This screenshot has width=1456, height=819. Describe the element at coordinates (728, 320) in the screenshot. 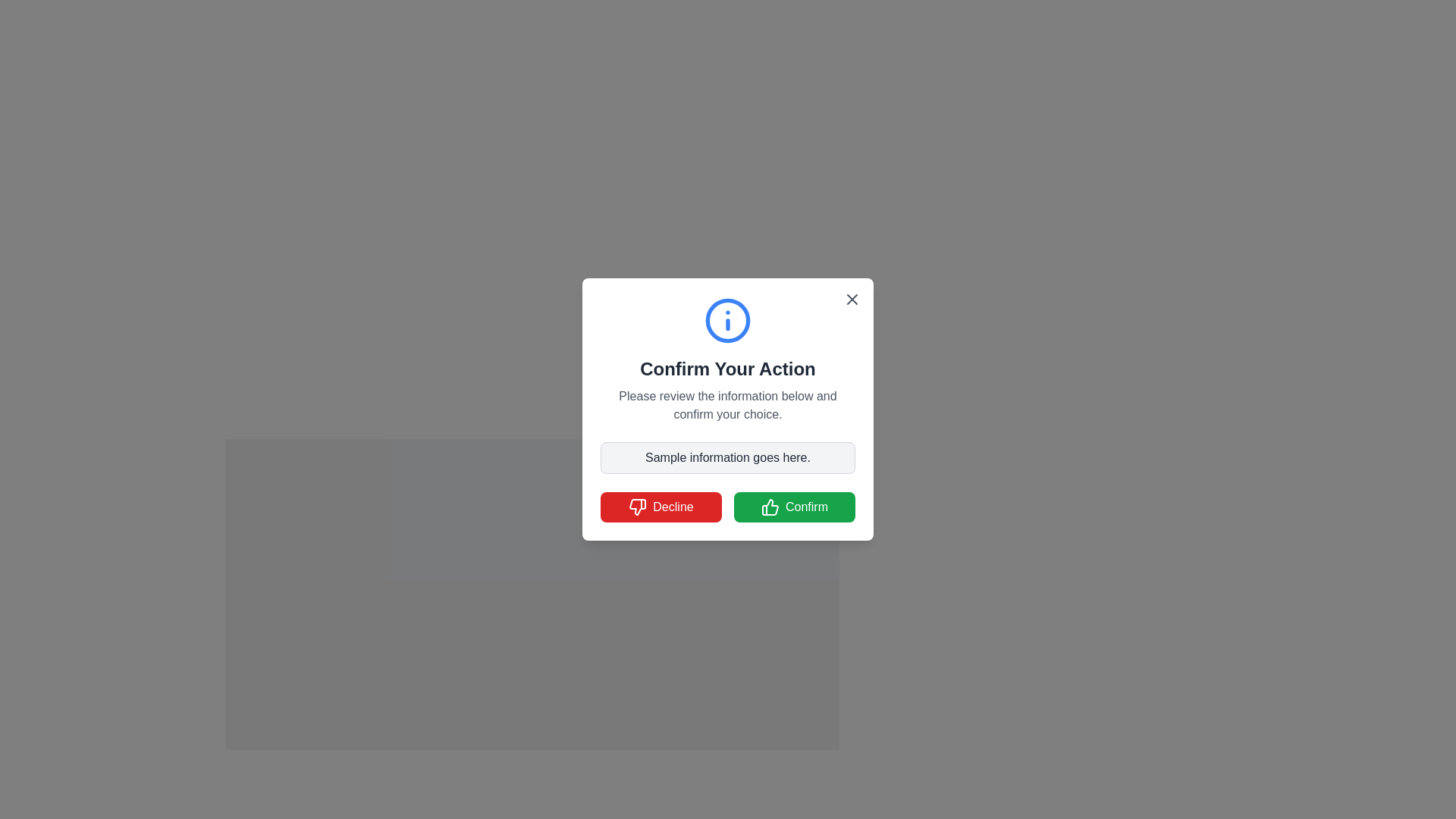

I see `the informational icon located at the top center of the confirmation dialog box, which is above the header text 'Confirm Your Action'` at that location.